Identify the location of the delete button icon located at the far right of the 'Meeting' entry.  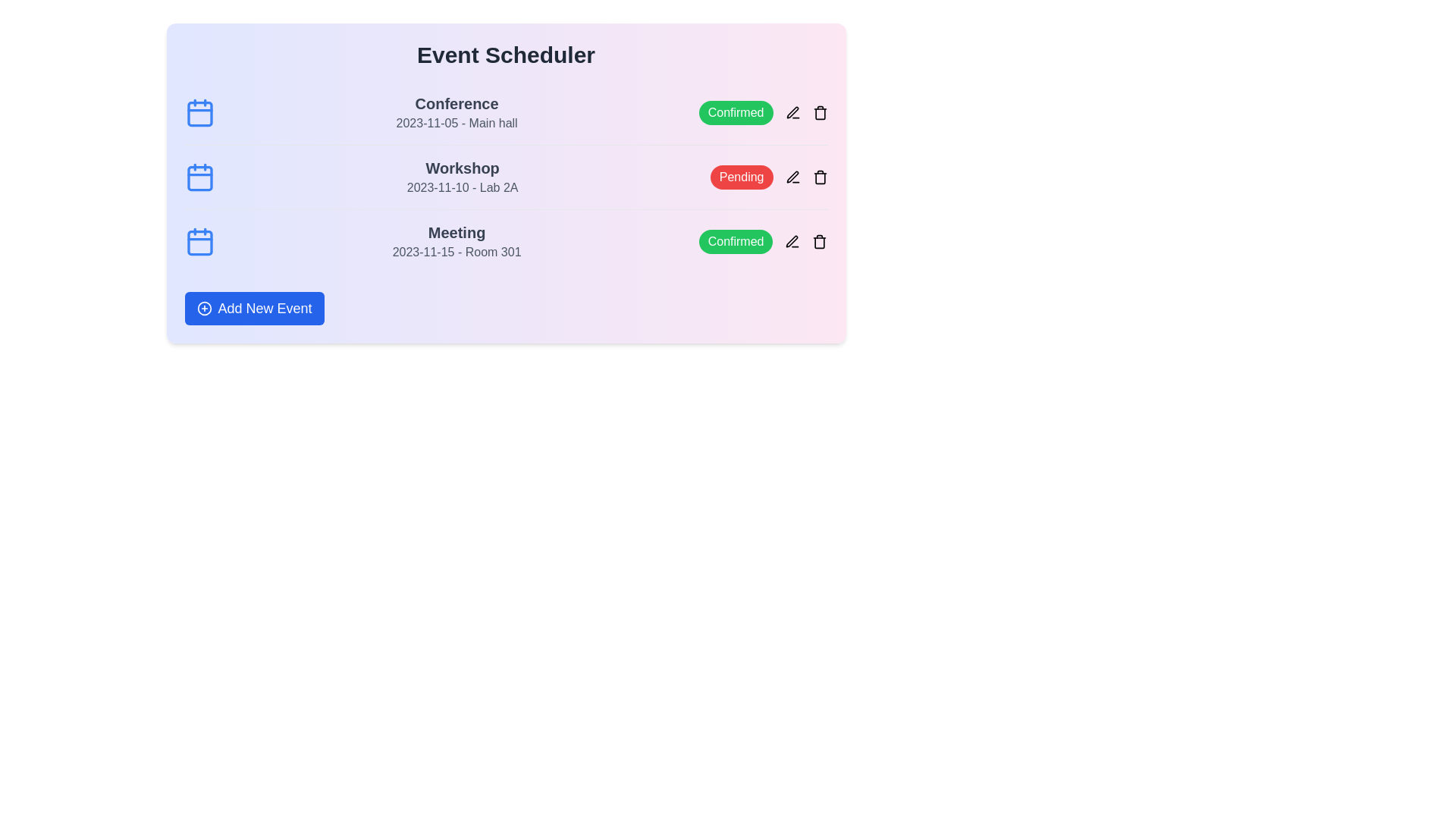
(819, 241).